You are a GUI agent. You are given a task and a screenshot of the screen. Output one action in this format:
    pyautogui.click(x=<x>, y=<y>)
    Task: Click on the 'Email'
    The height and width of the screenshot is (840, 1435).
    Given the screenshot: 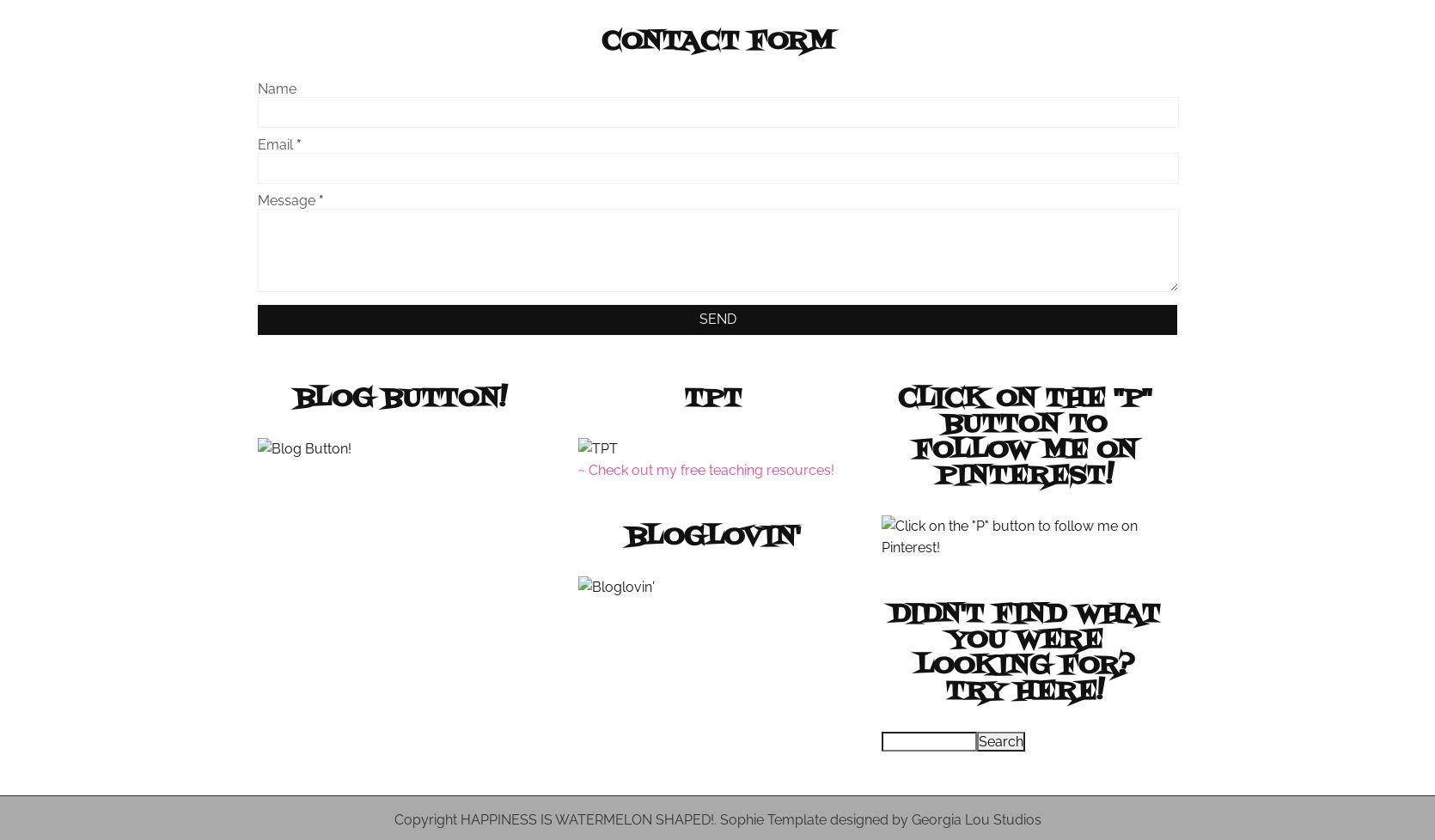 What is the action you would take?
    pyautogui.click(x=256, y=143)
    